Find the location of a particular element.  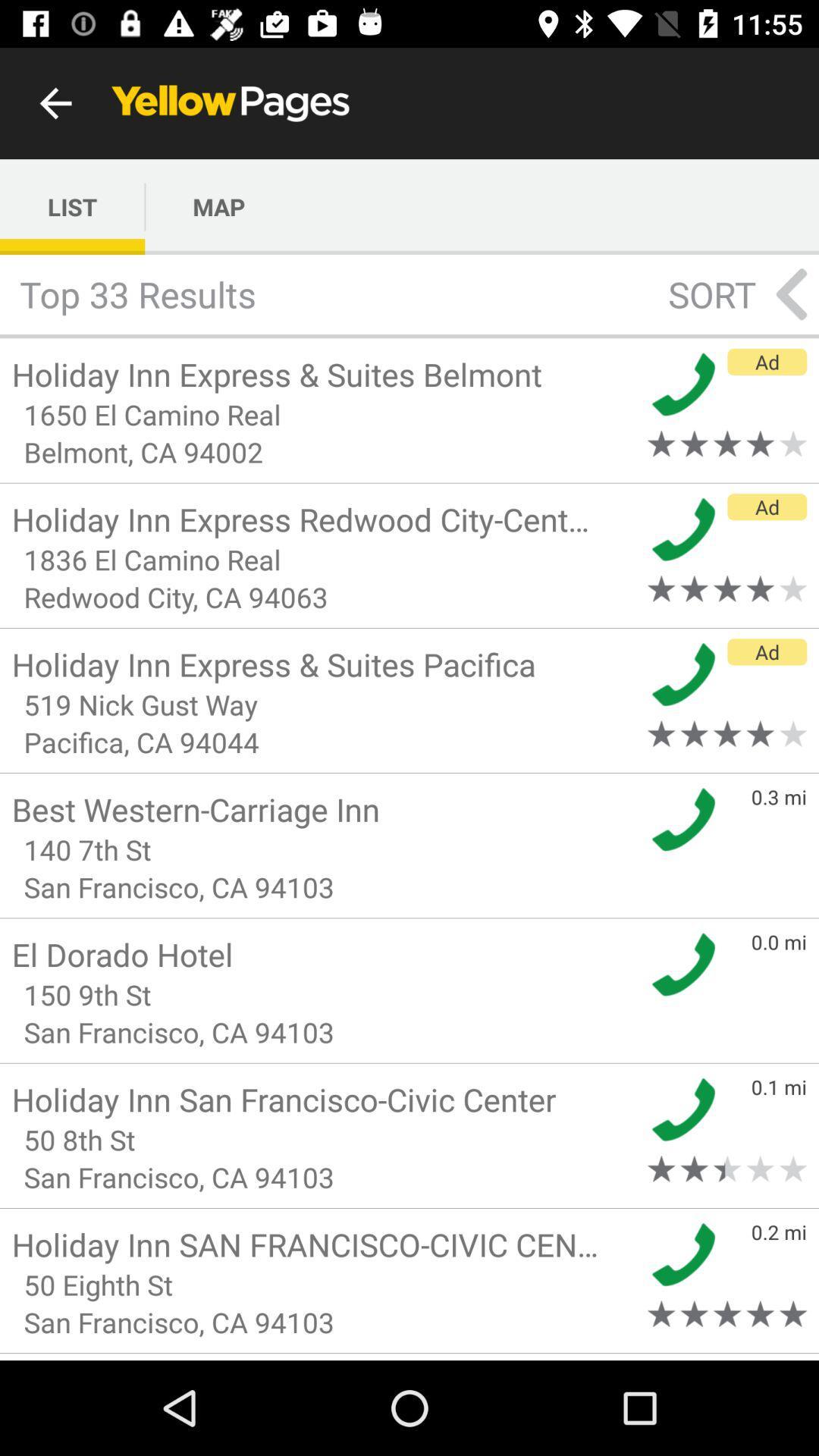

map icon is located at coordinates (218, 206).